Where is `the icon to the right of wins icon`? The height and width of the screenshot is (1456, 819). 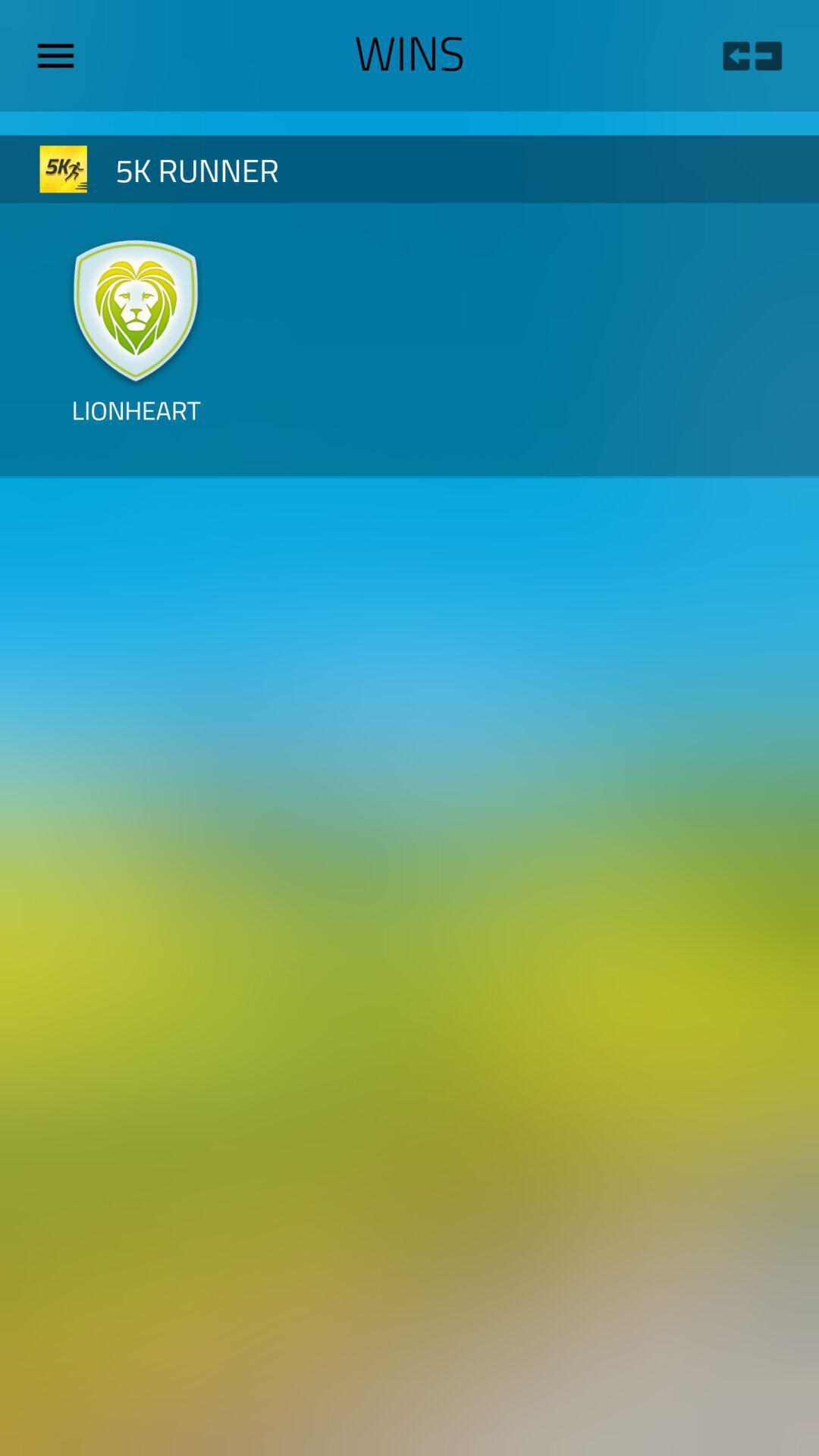 the icon to the right of wins icon is located at coordinates (752, 55).